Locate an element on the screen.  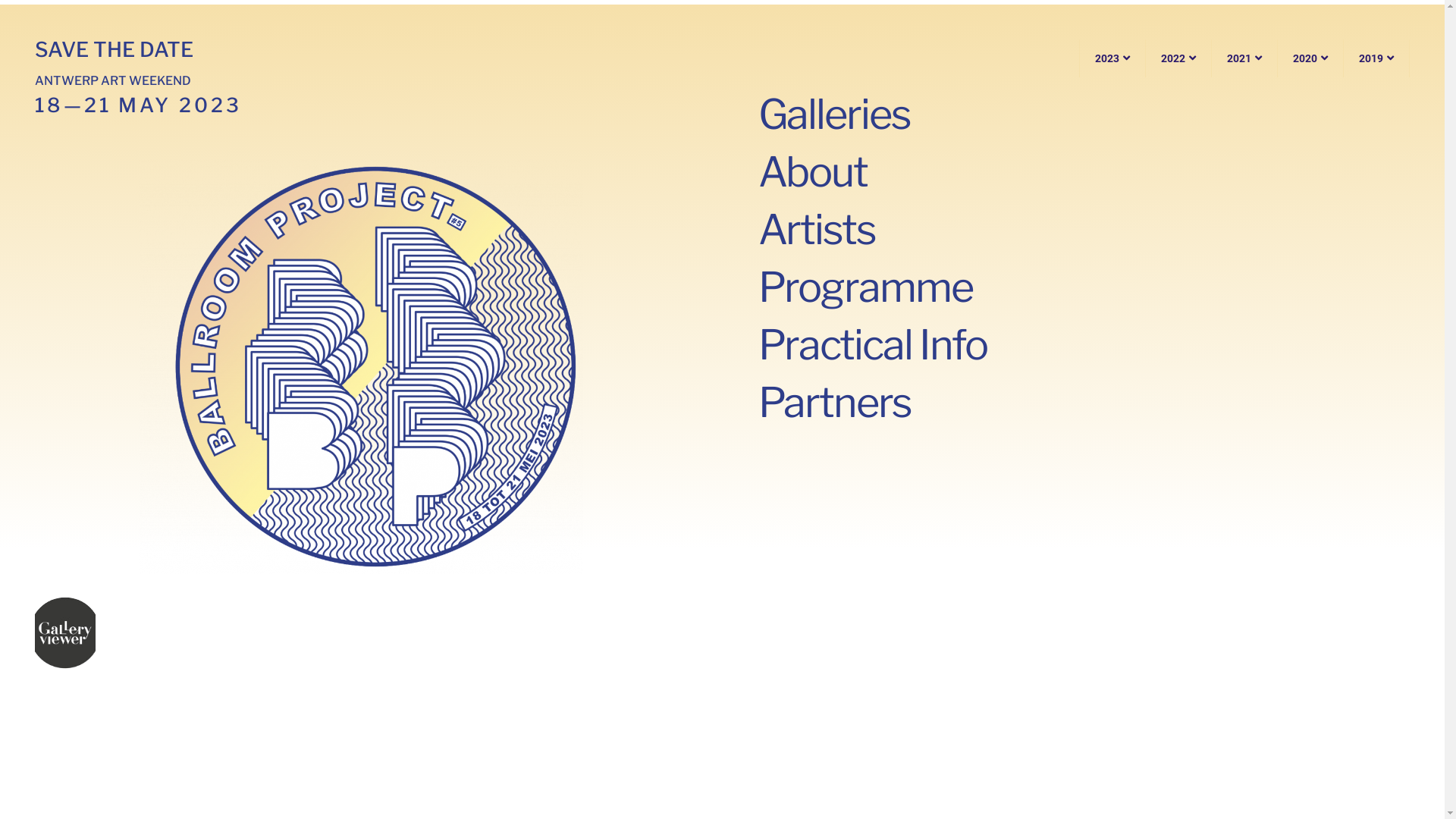
'2020' is located at coordinates (1310, 58).